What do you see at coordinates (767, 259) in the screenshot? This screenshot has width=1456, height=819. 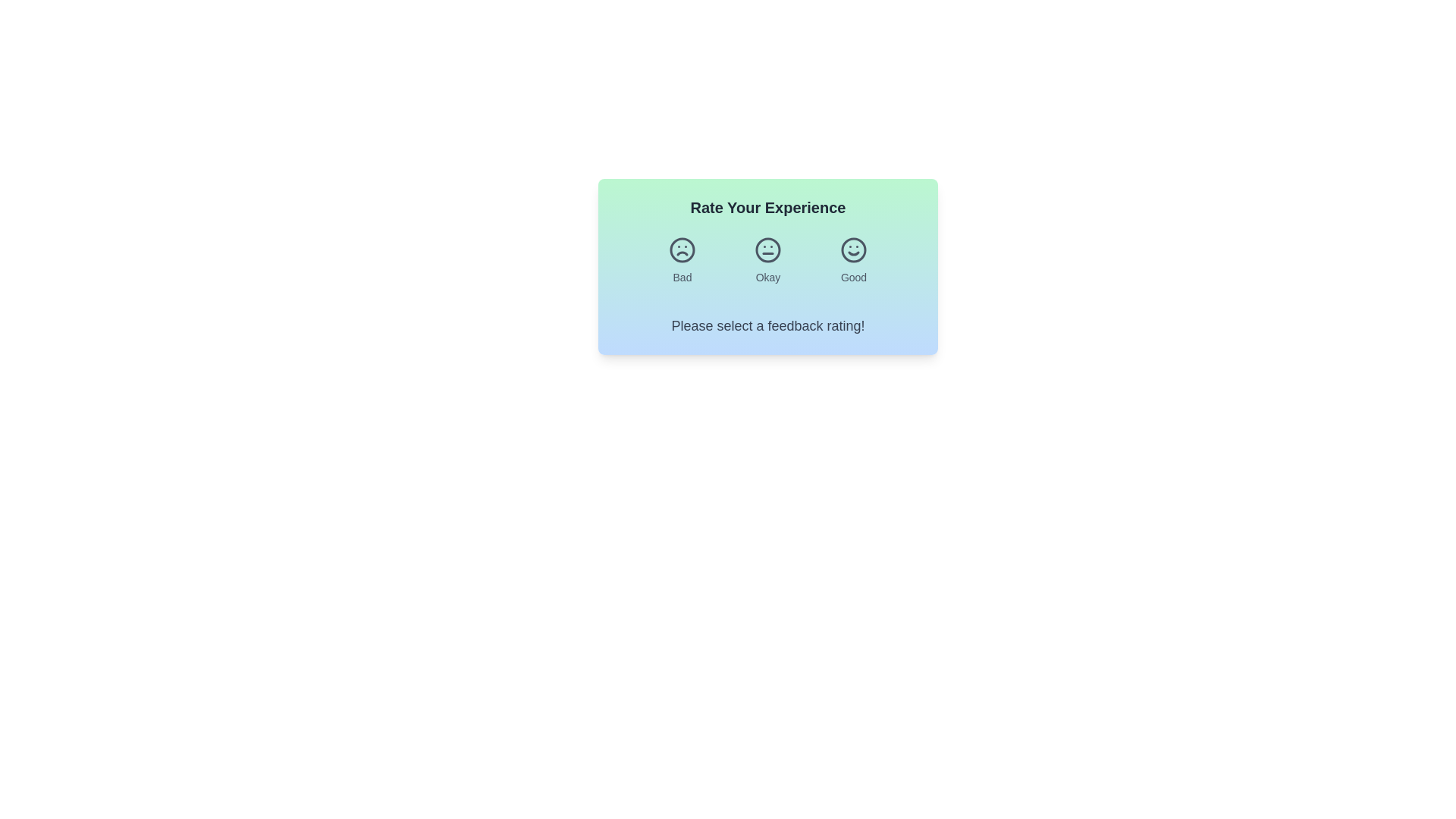 I see `the feedback button labeled Okay` at bounding box center [767, 259].